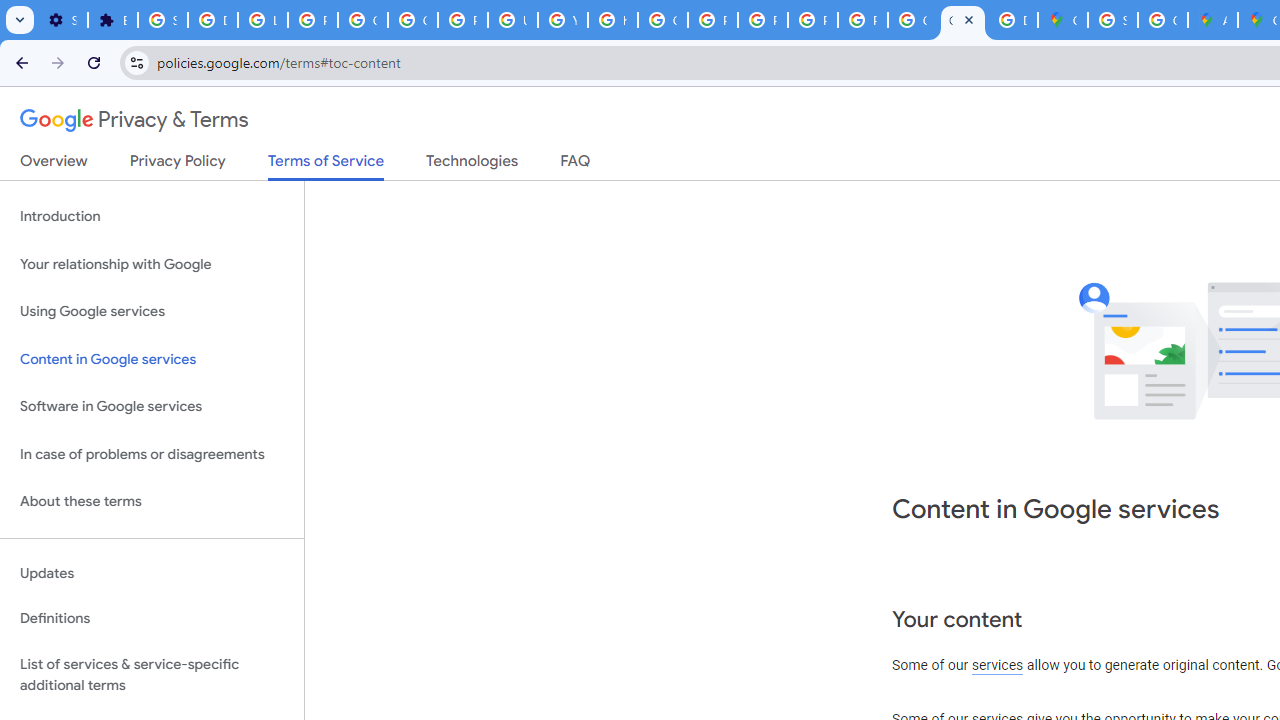 The image size is (1280, 720). Describe the element at coordinates (213, 20) in the screenshot. I see `'Delete photos & videos - Computer - Google Photos Help'` at that location.